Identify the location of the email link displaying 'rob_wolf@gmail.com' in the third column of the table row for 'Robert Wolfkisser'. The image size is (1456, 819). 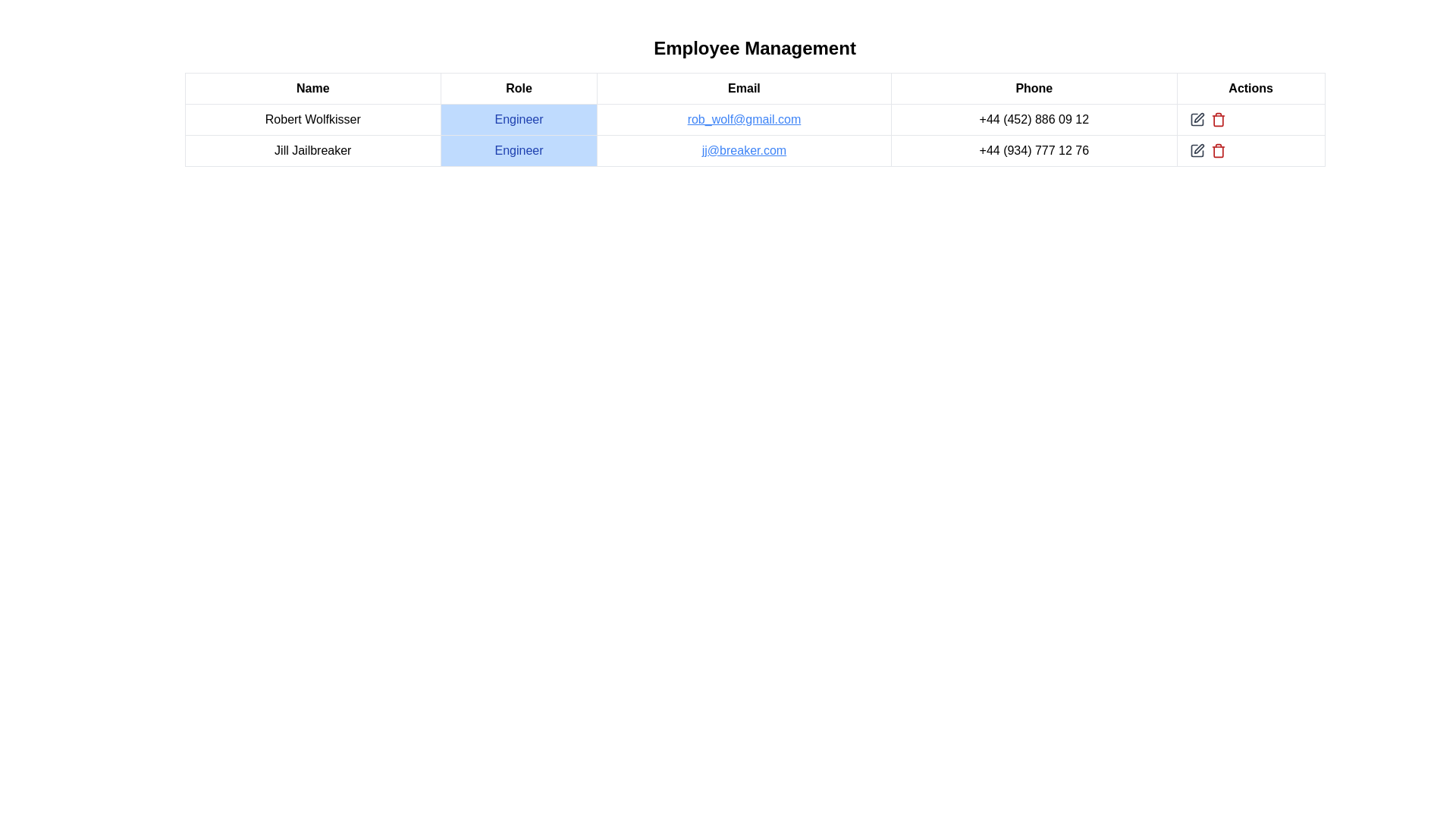
(744, 119).